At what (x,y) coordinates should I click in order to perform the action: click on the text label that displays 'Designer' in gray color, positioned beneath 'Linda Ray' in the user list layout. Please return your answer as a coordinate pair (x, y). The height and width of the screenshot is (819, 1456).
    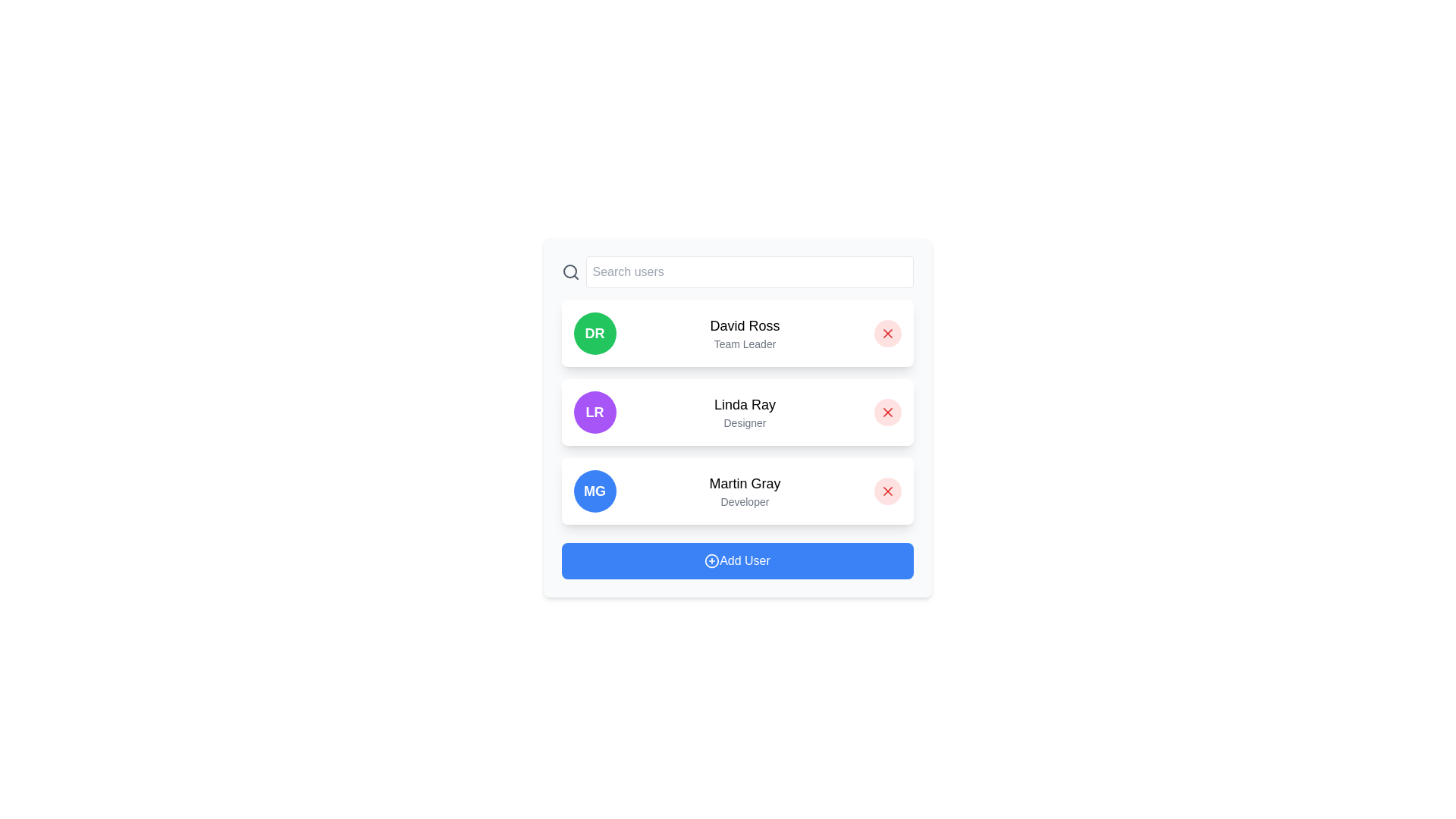
    Looking at the image, I should click on (745, 423).